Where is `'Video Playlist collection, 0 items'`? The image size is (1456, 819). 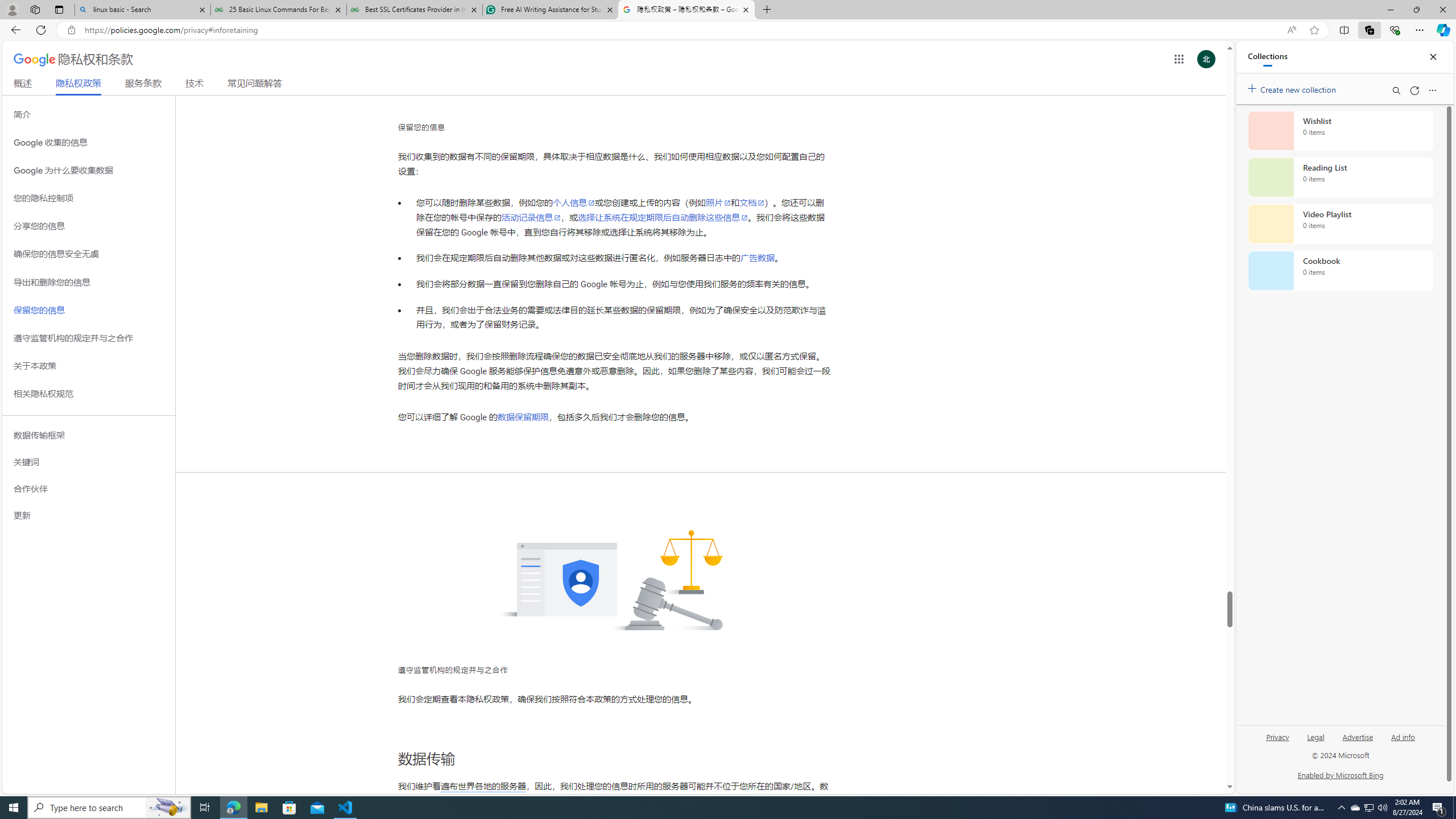
'Video Playlist collection, 0 items' is located at coordinates (1340, 223).